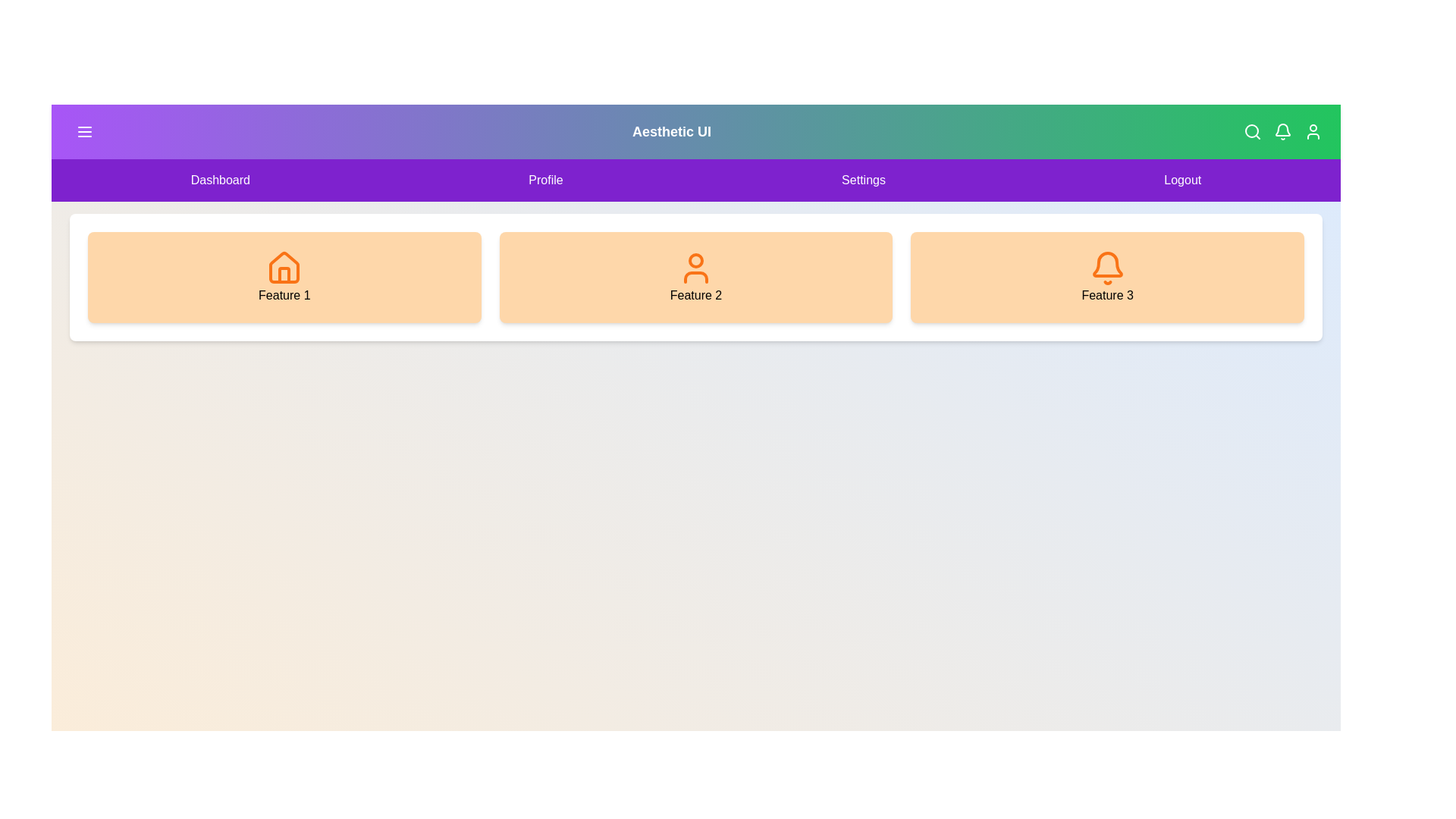  Describe the element at coordinates (219, 180) in the screenshot. I see `the navigation link to navigate to the Dashboard section` at that location.